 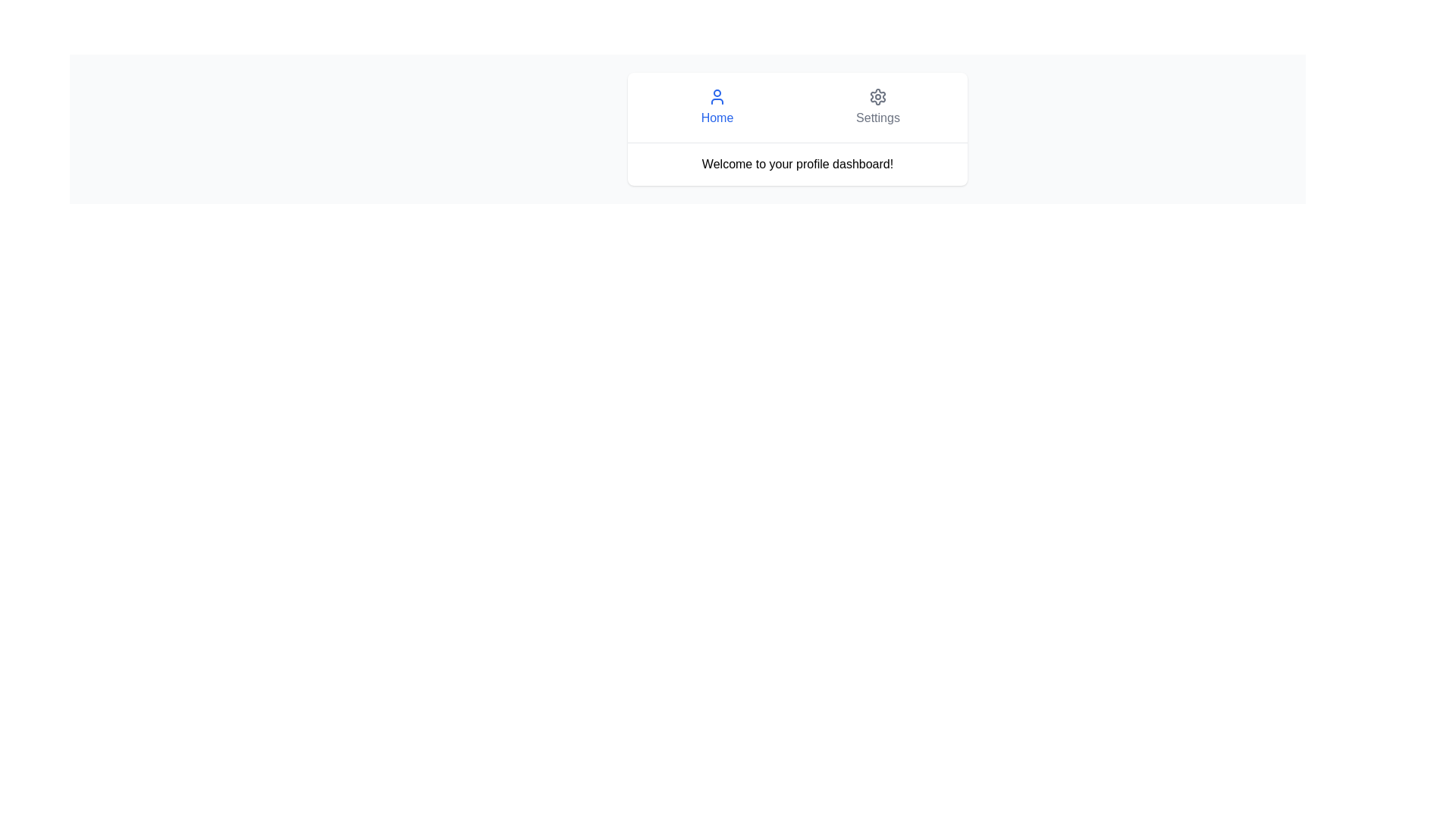 What do you see at coordinates (796, 164) in the screenshot?
I see `welcome message text label located at the lower part of the profile dashboard, centered below the 'Home' and 'Settings' navigation links` at bounding box center [796, 164].